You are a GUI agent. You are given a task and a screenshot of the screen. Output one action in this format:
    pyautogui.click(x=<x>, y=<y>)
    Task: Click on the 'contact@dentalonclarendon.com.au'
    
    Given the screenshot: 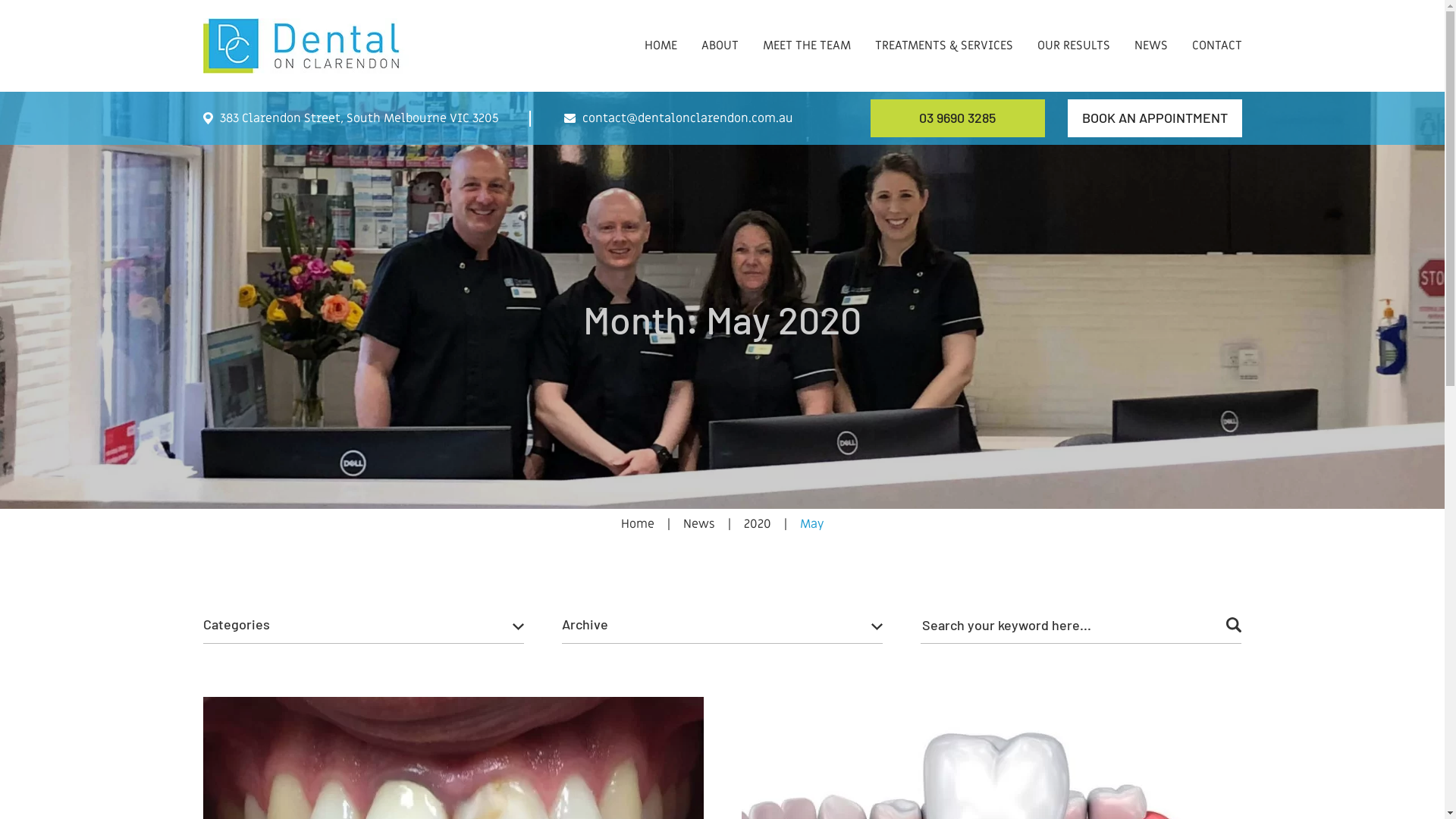 What is the action you would take?
    pyautogui.click(x=677, y=117)
    